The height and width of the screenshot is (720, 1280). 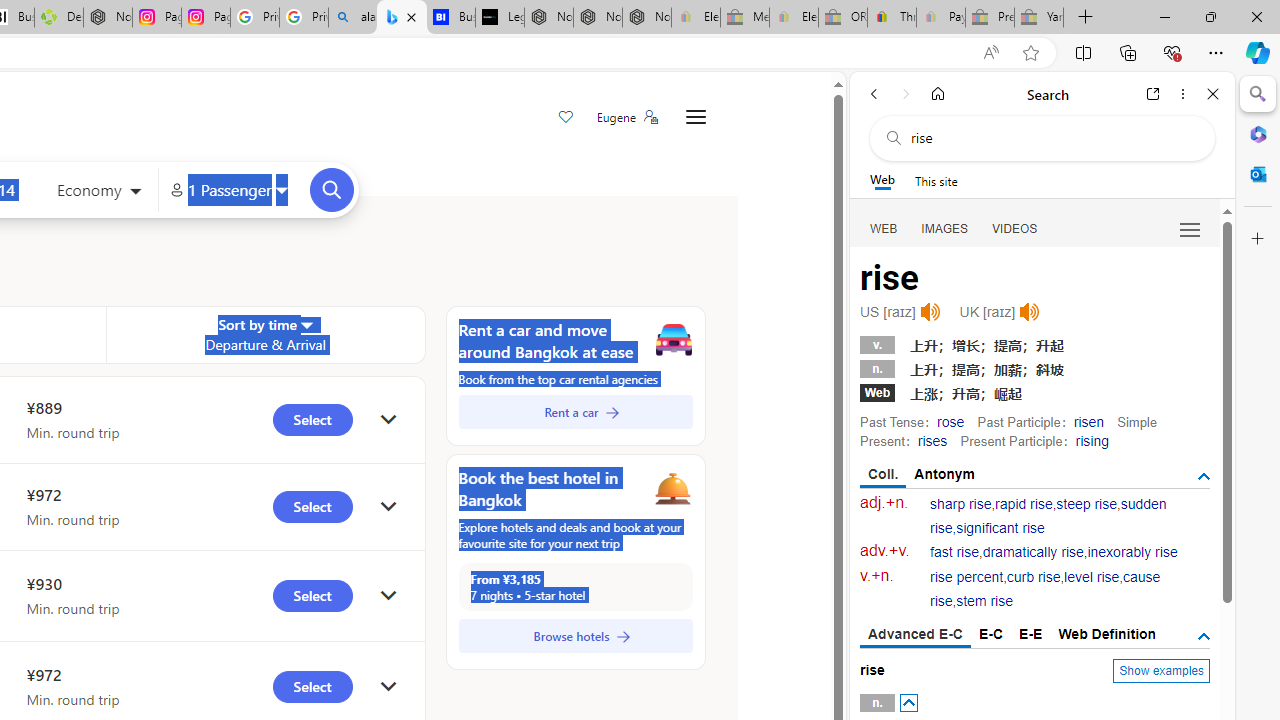 I want to click on 'fast rise', so click(x=954, y=552).